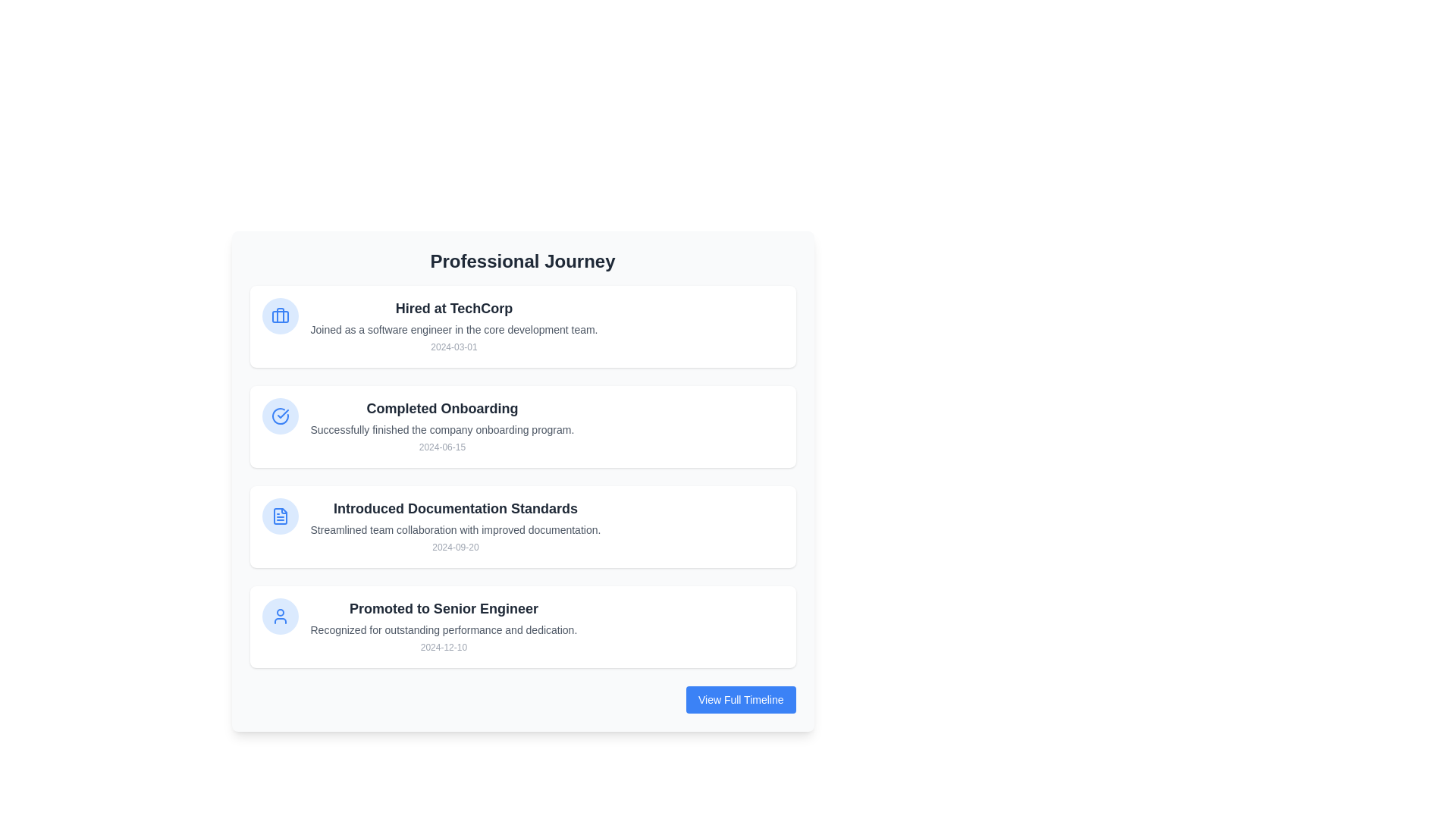 The image size is (1456, 819). Describe the element at coordinates (280, 416) in the screenshot. I see `circular icon with a blue outline and a check mark inside, located in the second row of the 'Professional Journey' list, for additional information` at that location.